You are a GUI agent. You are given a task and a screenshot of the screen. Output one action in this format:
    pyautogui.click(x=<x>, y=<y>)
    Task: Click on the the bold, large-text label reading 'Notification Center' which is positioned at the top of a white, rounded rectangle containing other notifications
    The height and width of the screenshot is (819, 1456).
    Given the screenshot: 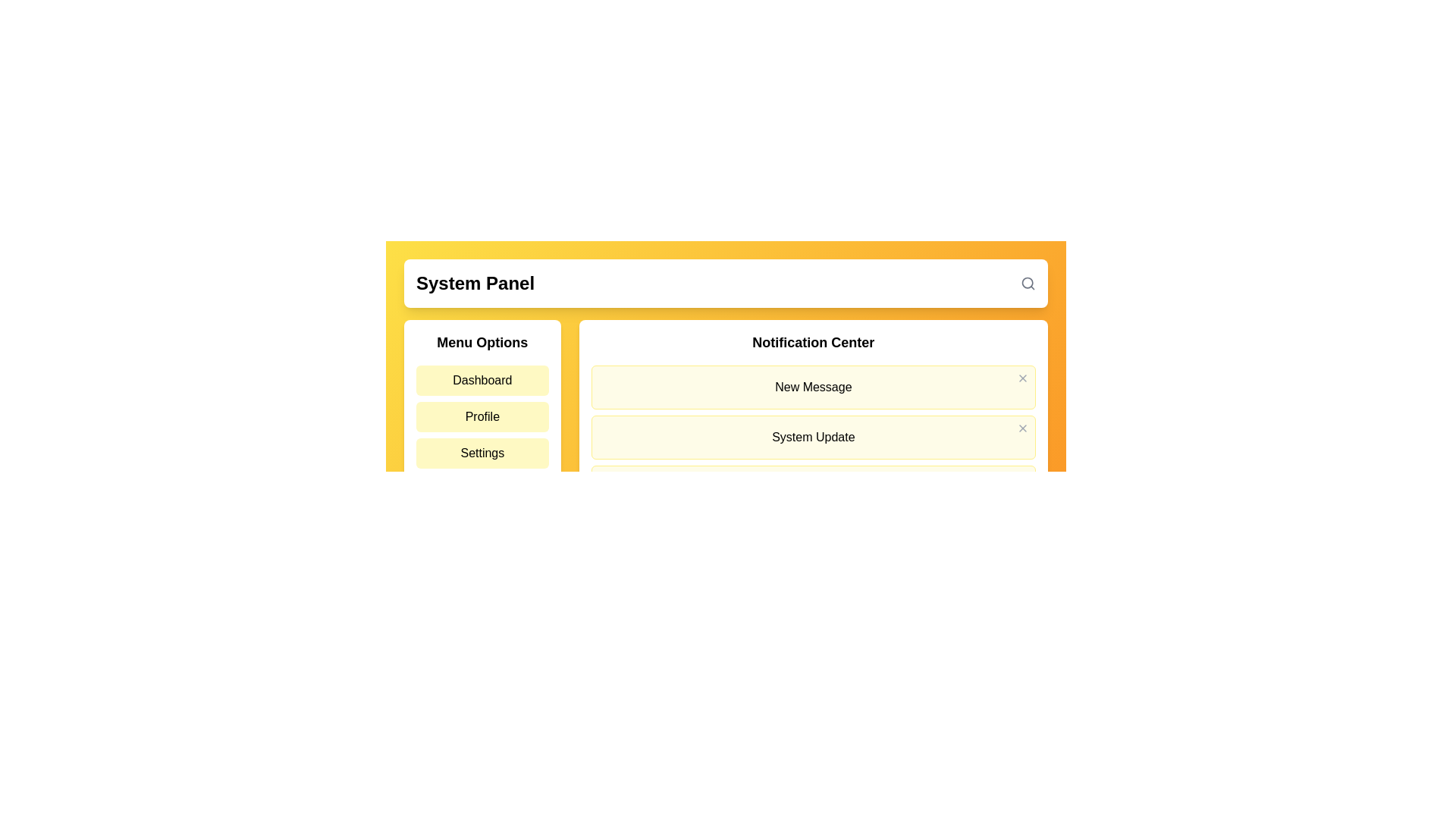 What is the action you would take?
    pyautogui.click(x=812, y=342)
    